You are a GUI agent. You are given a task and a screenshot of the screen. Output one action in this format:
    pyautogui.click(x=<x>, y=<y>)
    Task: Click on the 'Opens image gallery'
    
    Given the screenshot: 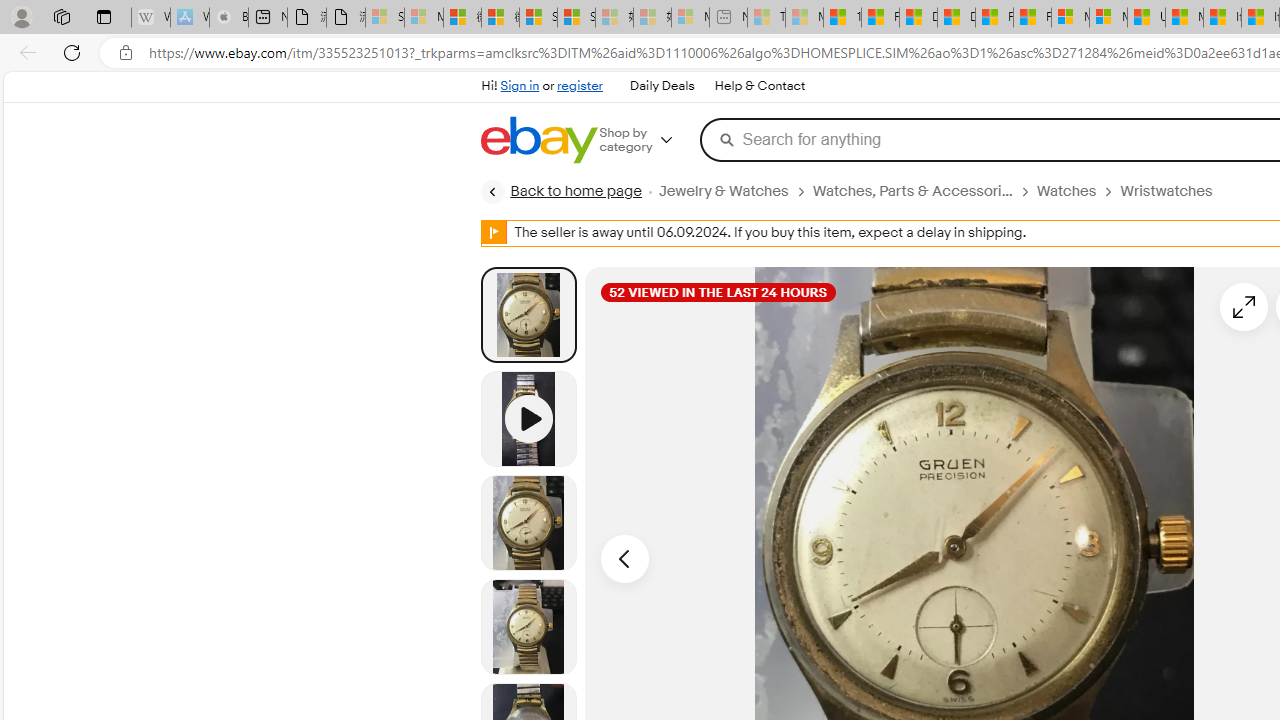 What is the action you would take?
    pyautogui.click(x=1243, y=306)
    